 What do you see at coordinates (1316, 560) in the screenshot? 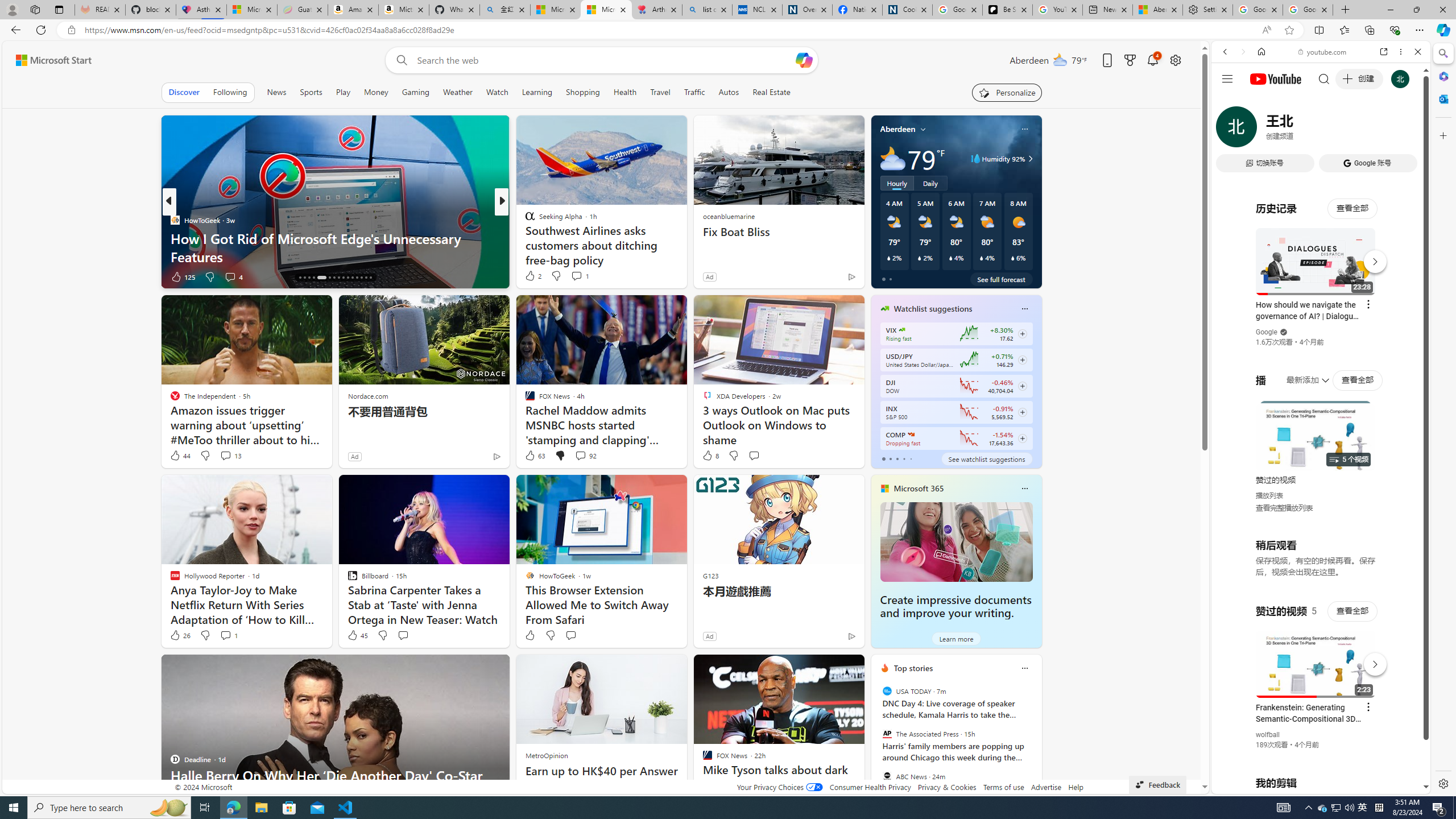
I see `'YouTube - YouTube'` at bounding box center [1316, 560].